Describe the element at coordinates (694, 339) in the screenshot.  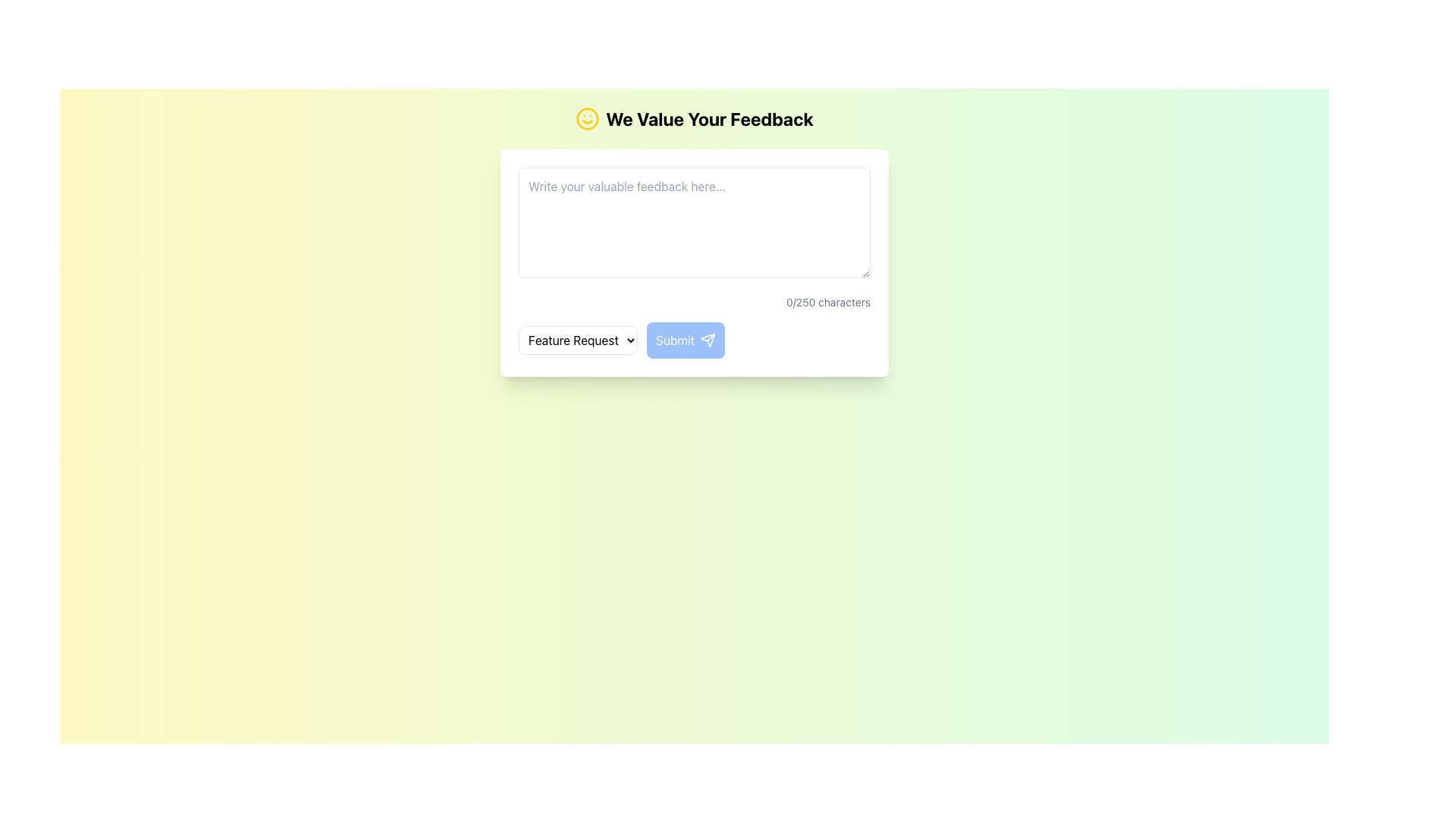
I see `the 'Submit' button located on the right side of the 'Feature Request' dropdown in the feedback card` at that location.